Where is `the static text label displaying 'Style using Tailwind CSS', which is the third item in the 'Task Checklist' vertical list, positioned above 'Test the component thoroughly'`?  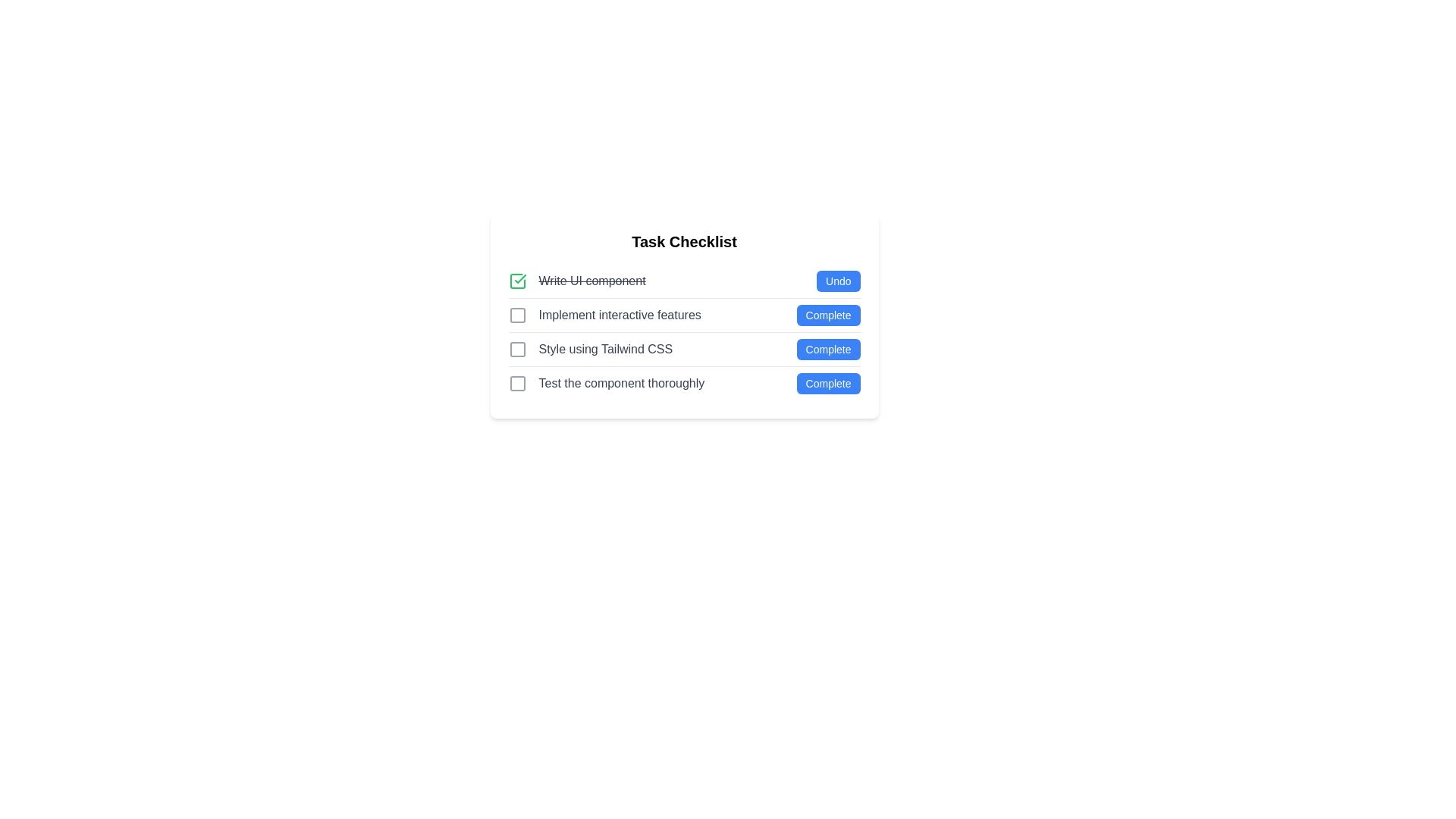
the static text label displaying 'Style using Tailwind CSS', which is the third item in the 'Task Checklist' vertical list, positioned above 'Test the component thoroughly' is located at coordinates (604, 350).